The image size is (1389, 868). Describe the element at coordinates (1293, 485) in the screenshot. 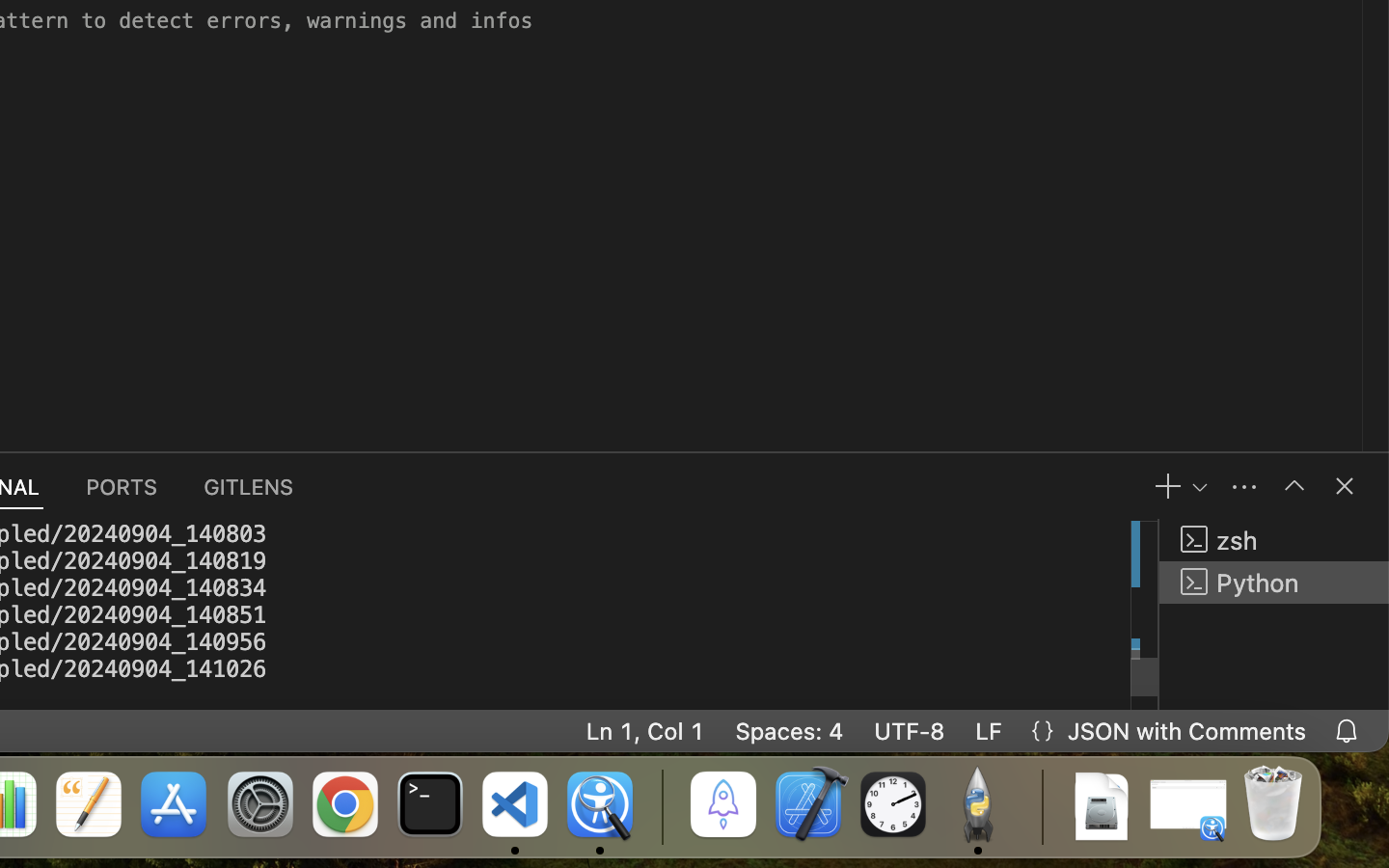

I see `''` at that location.